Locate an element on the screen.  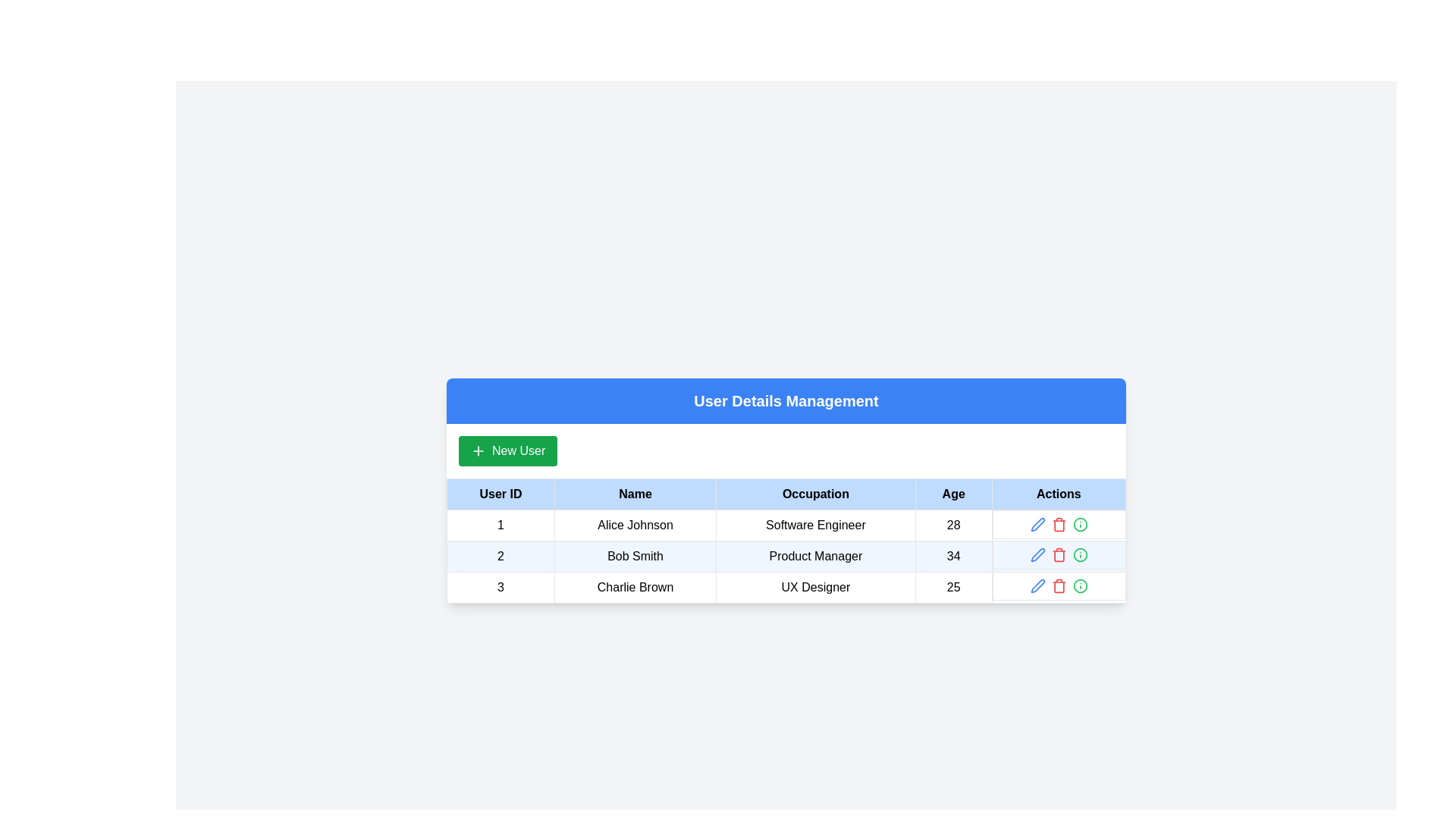
the delete button located in the 'Actions' column of the last row of the table to initiate the deletion of the user record for Charlie Brown is located at coordinates (1058, 585).